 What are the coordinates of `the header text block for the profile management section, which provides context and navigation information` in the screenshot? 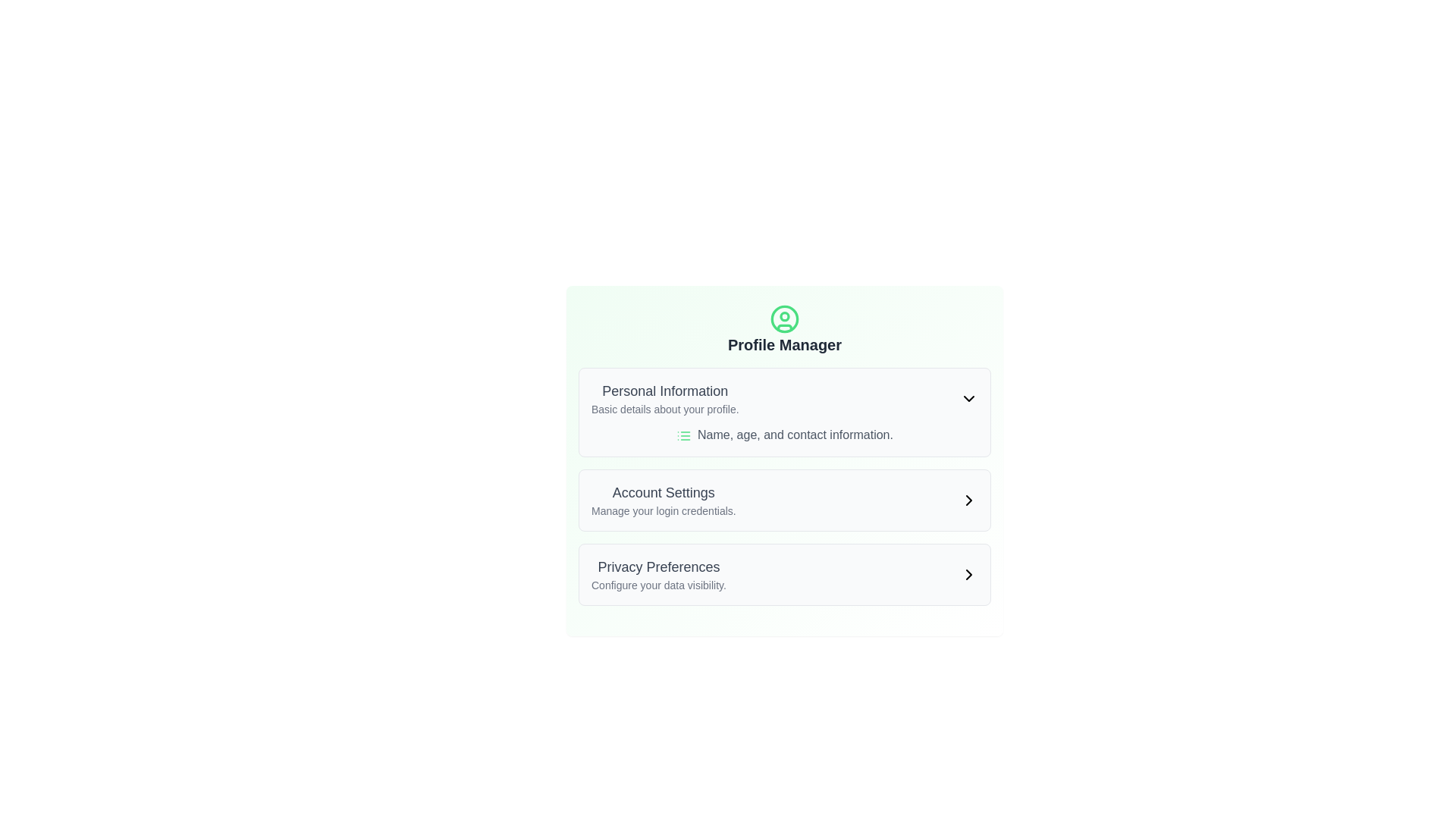 It's located at (785, 329).